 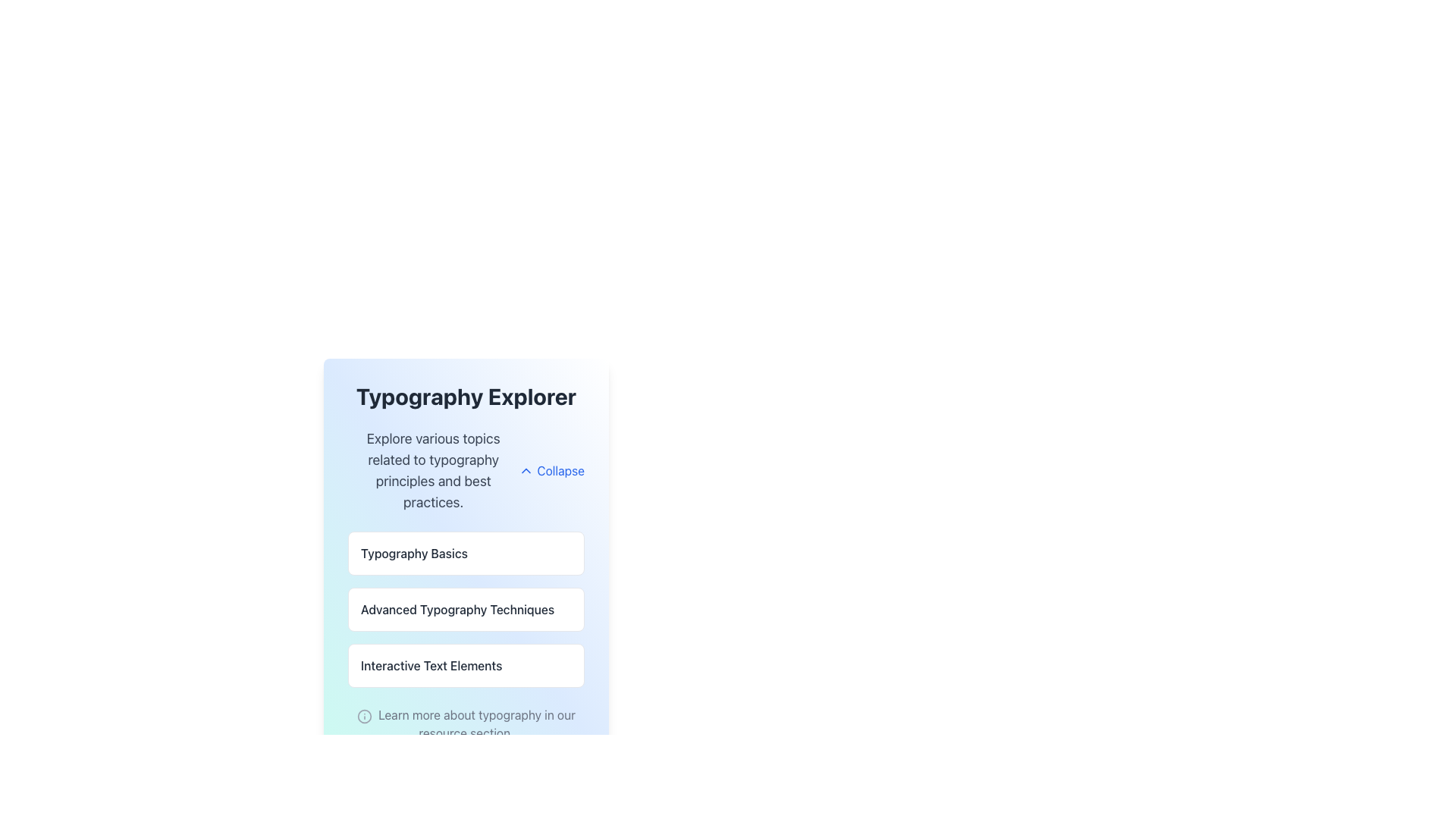 I want to click on the third card titled 'Interactive Text Elements' located in the 'Typography Explorer' section, so click(x=465, y=665).